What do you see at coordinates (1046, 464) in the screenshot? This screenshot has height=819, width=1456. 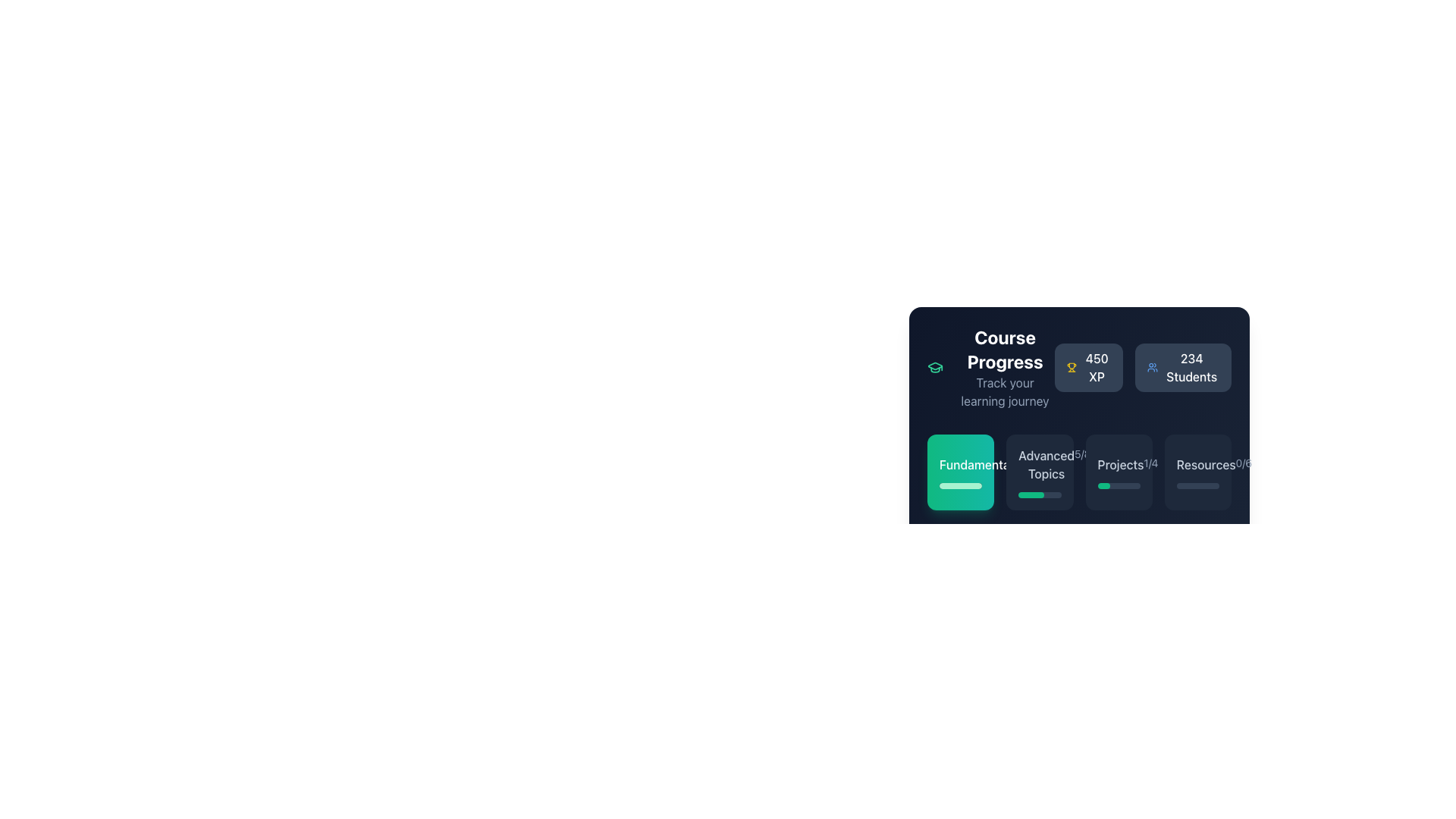 I see `the label displaying 'Advanced Topics', which is styled in light gray (#B0B8C4) and located above a progress bar` at bounding box center [1046, 464].